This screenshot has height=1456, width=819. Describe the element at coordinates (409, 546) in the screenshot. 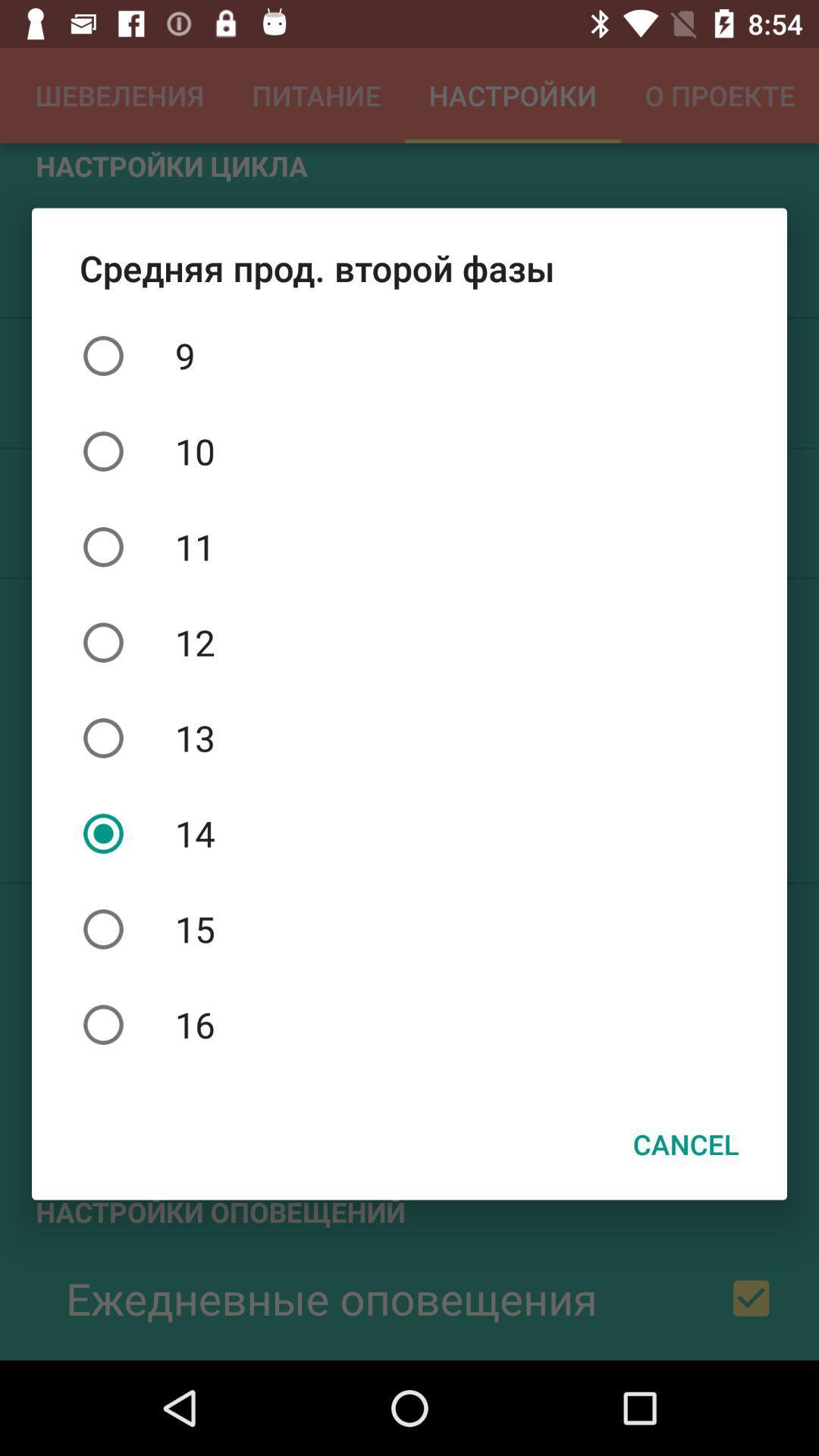

I see `the item above 12 icon` at that location.